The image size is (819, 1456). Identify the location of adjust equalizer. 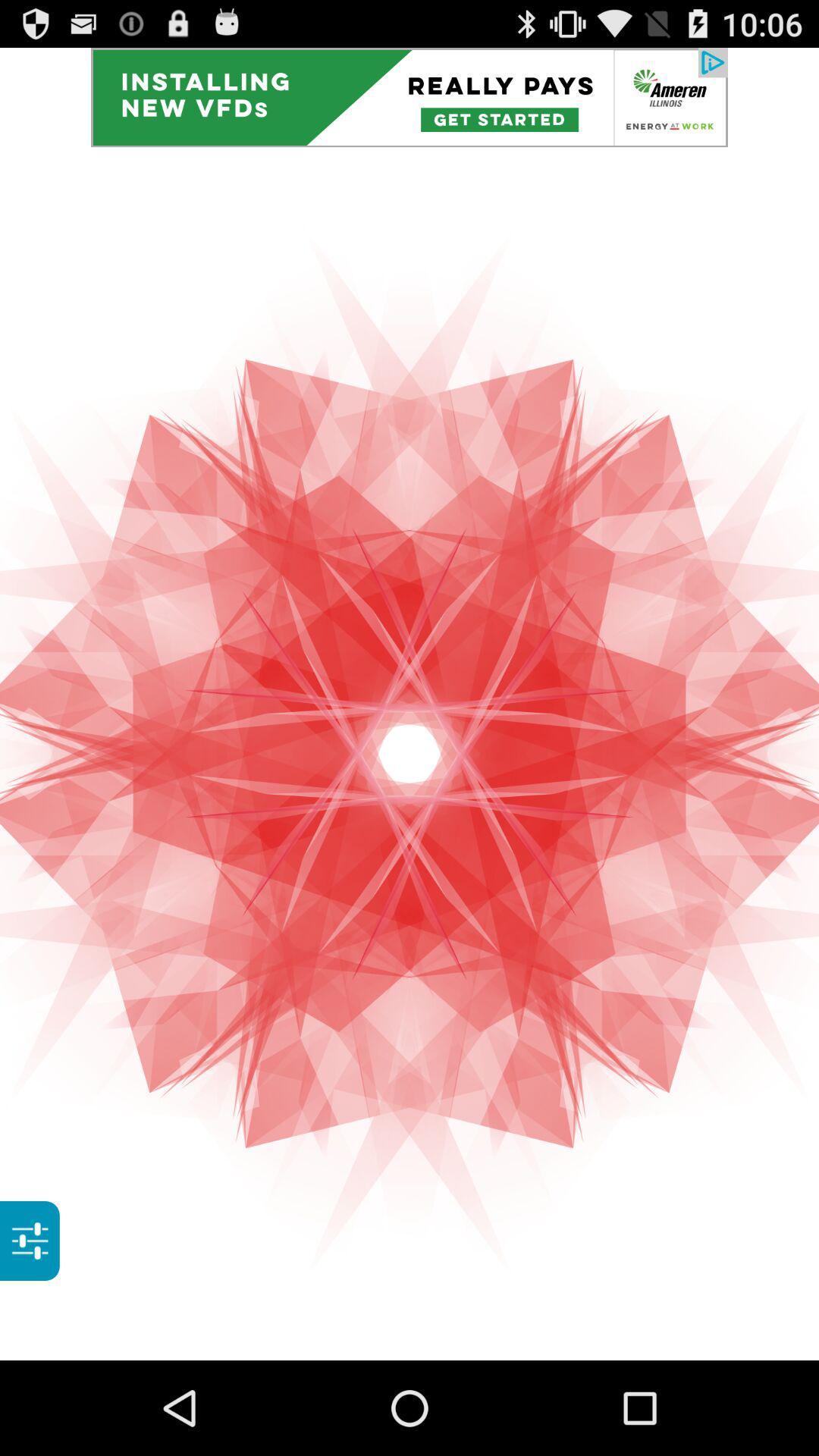
(30, 1241).